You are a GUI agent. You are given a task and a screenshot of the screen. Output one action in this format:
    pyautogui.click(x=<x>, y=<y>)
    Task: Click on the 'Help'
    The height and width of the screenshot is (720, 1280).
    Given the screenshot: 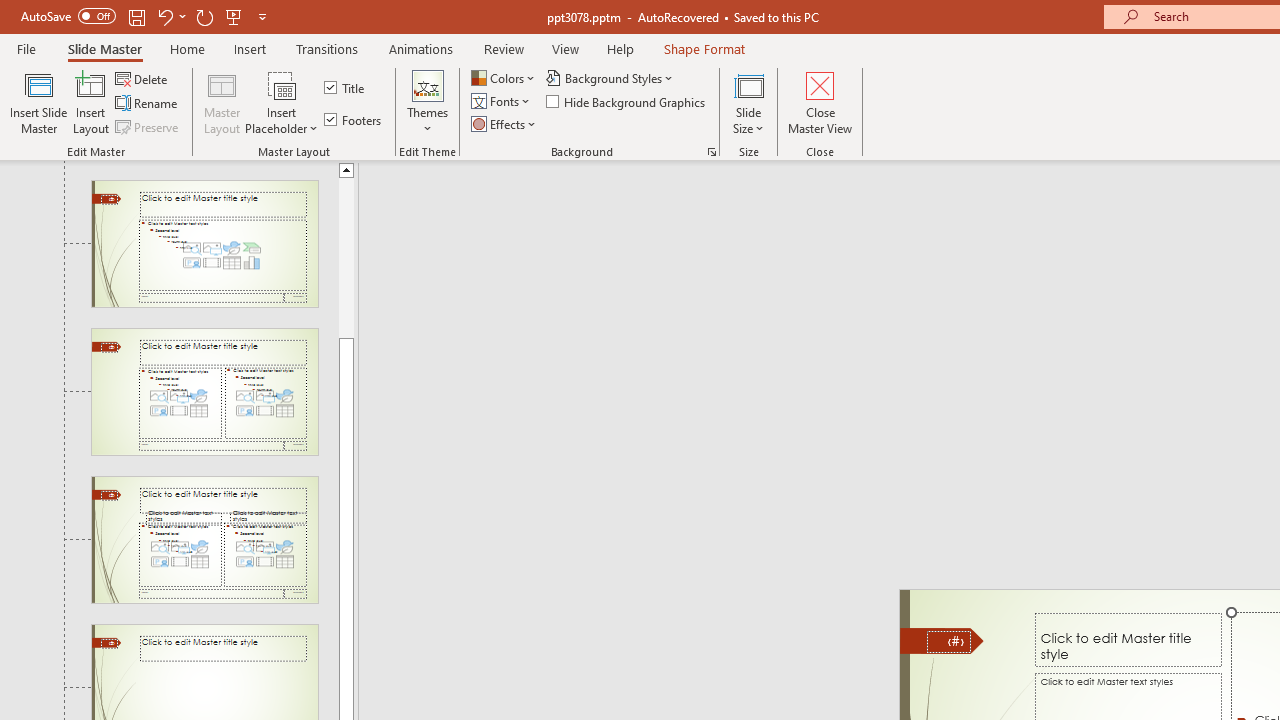 What is the action you would take?
    pyautogui.click(x=619, y=48)
    